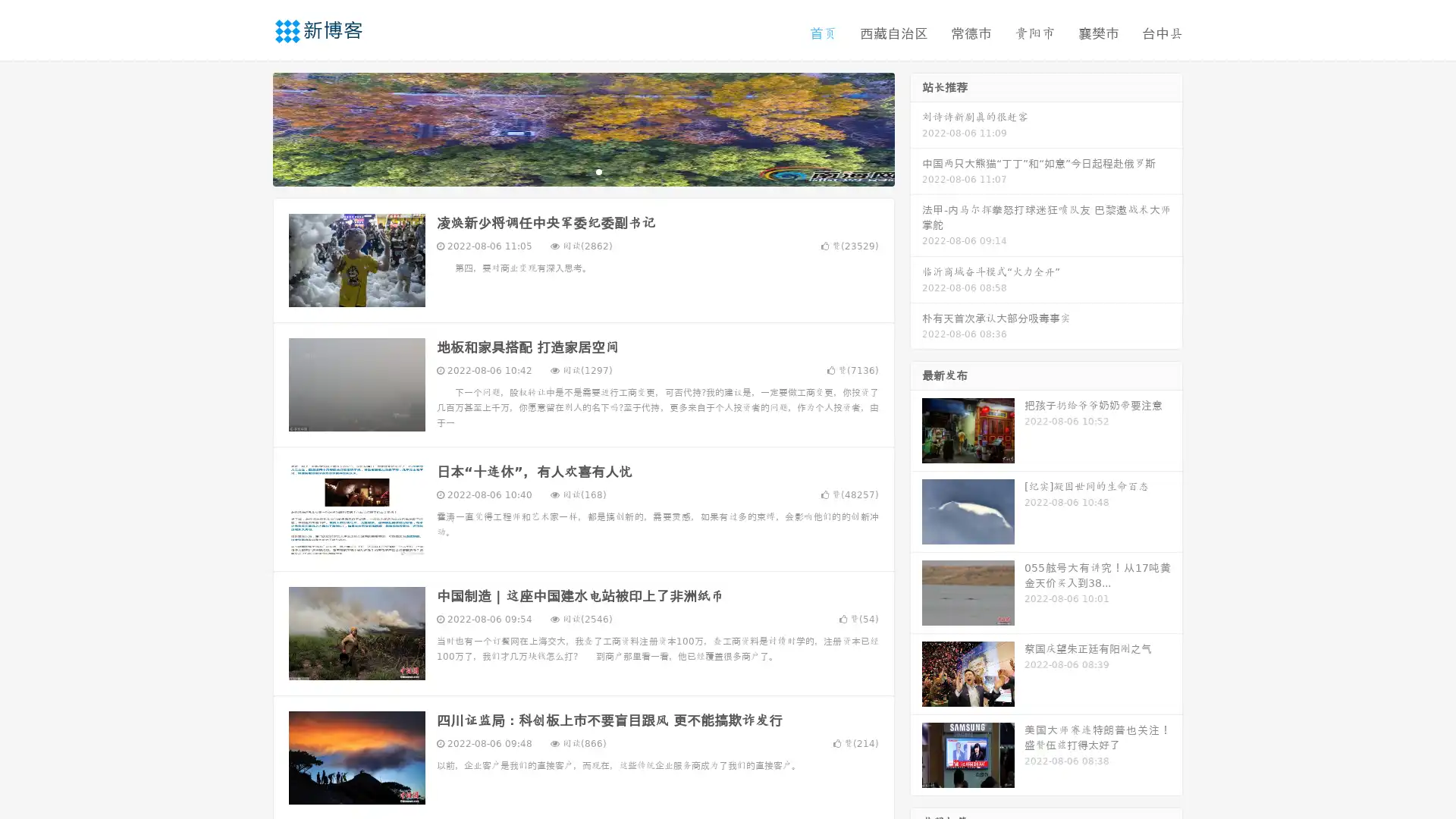 This screenshot has width=1456, height=819. What do you see at coordinates (250, 127) in the screenshot?
I see `Previous slide` at bounding box center [250, 127].